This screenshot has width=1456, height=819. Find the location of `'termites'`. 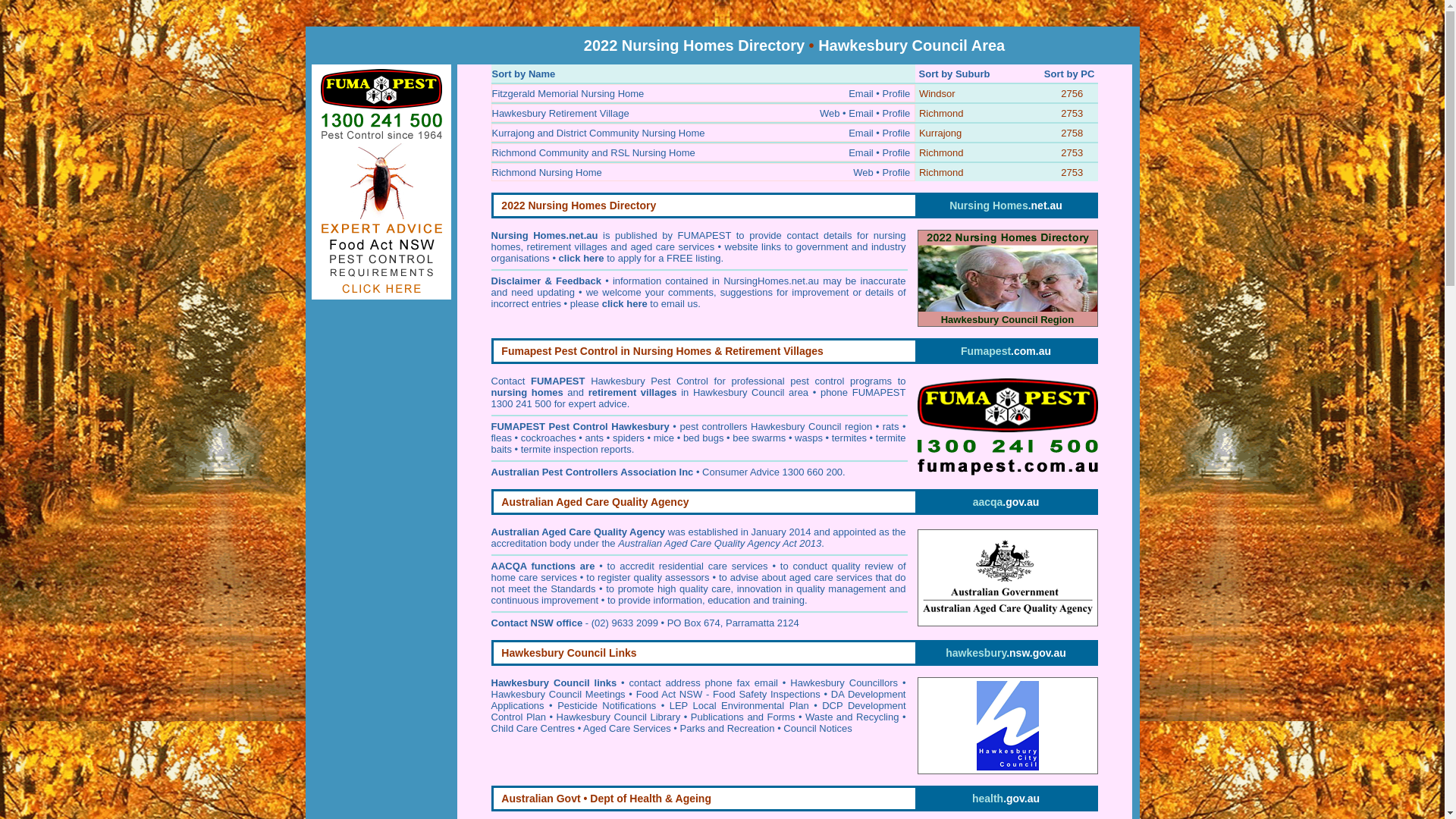

'termites' is located at coordinates (848, 438).